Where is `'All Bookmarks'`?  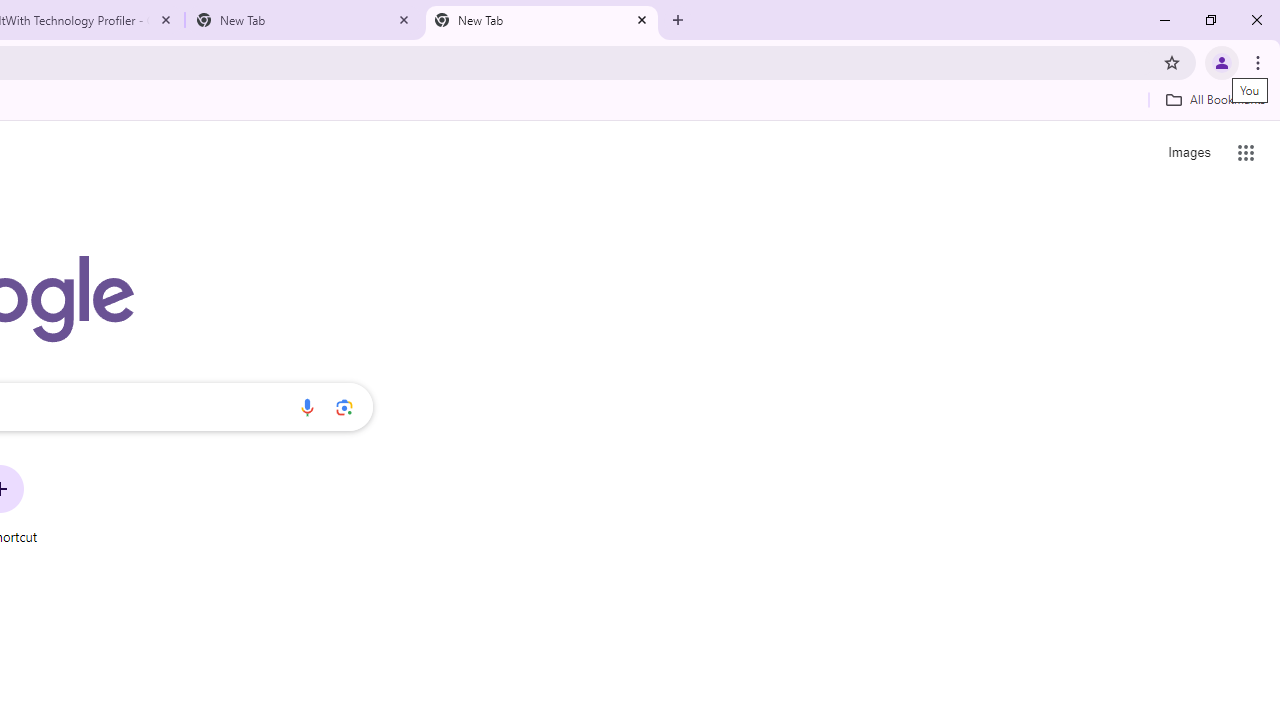 'All Bookmarks' is located at coordinates (1214, 99).